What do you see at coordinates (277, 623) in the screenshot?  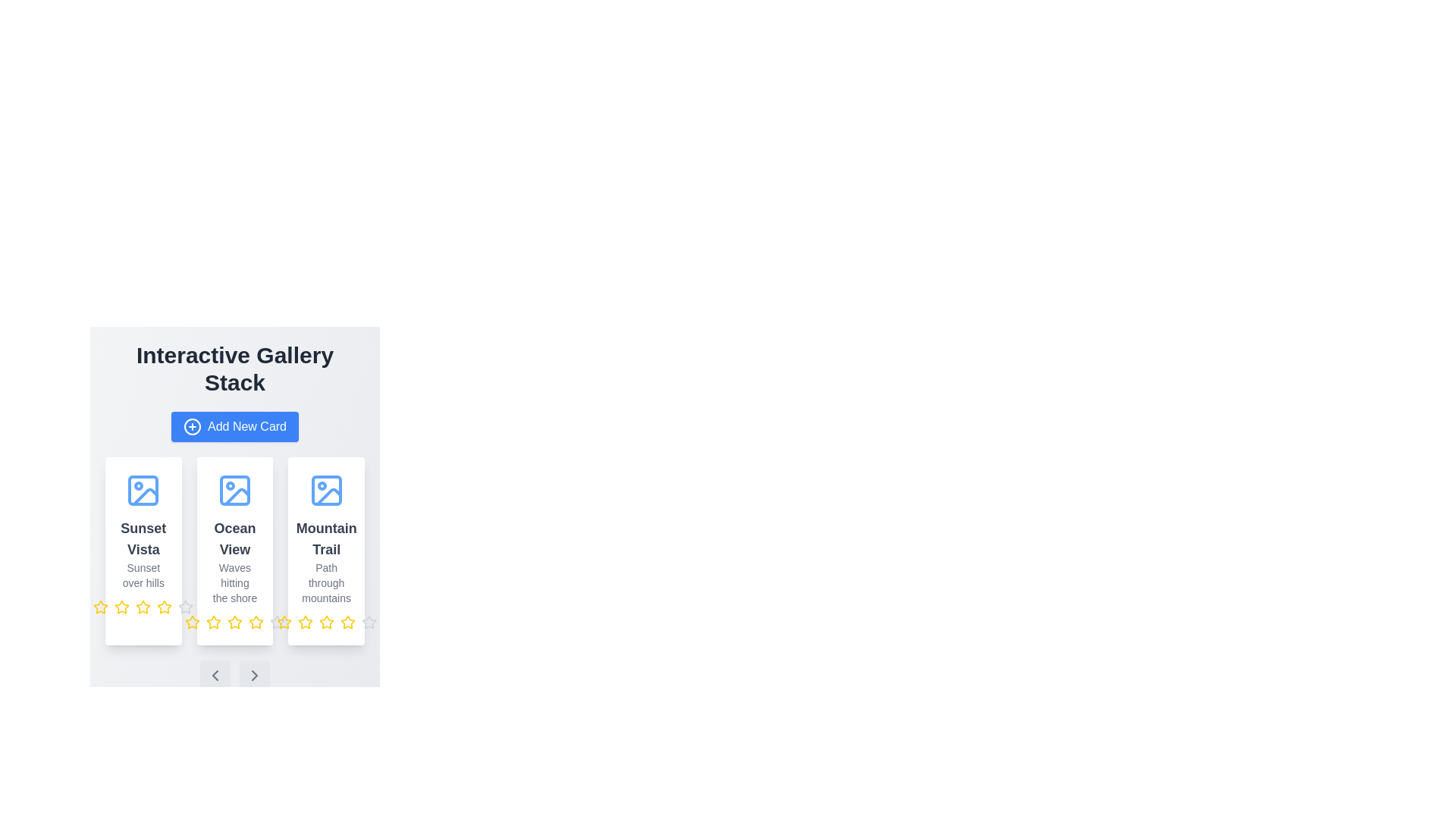 I see `the last star-shaped gray icon in the rating section of the 'Mountain Trail' card` at bounding box center [277, 623].